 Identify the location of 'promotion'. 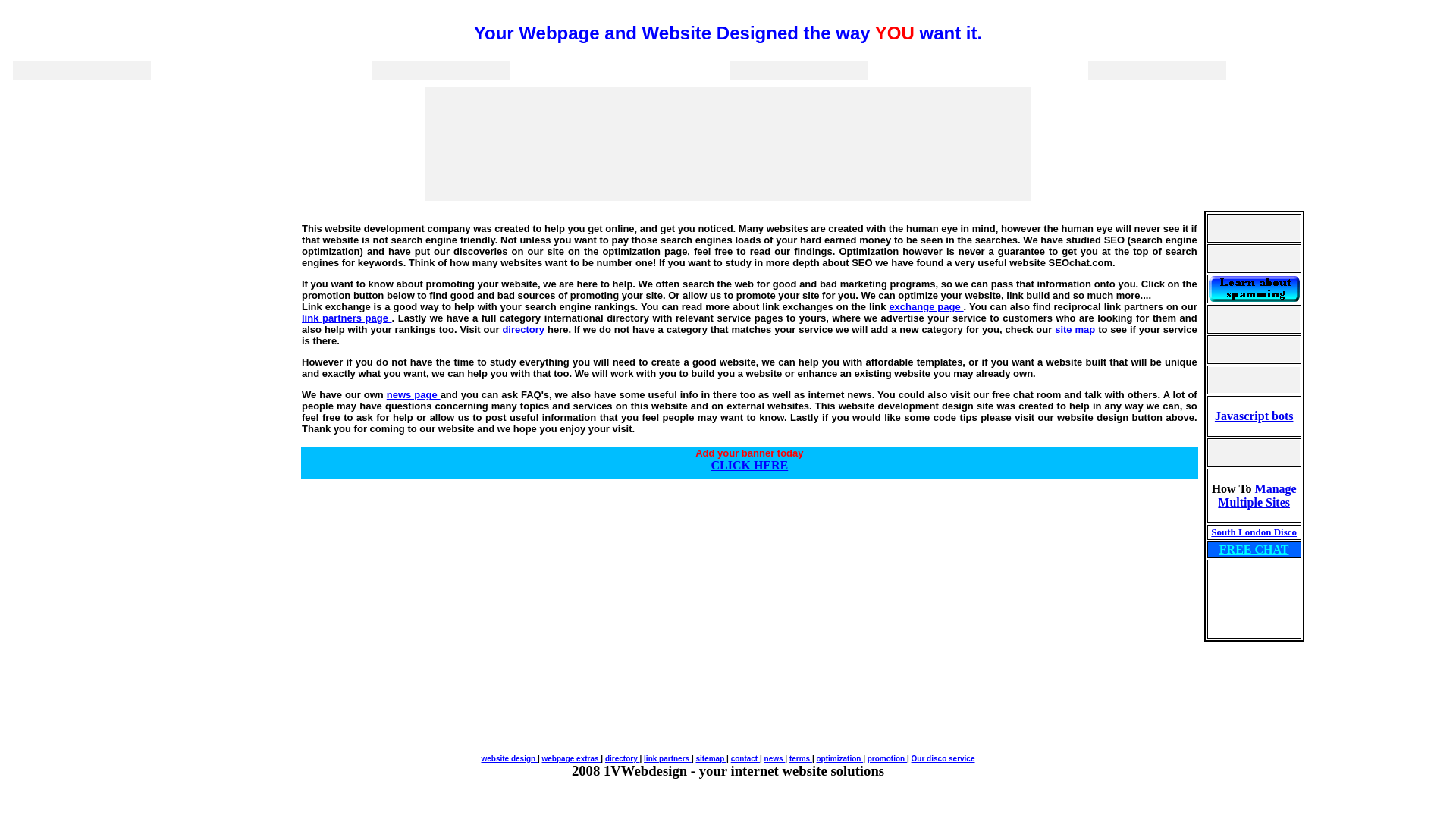
(887, 758).